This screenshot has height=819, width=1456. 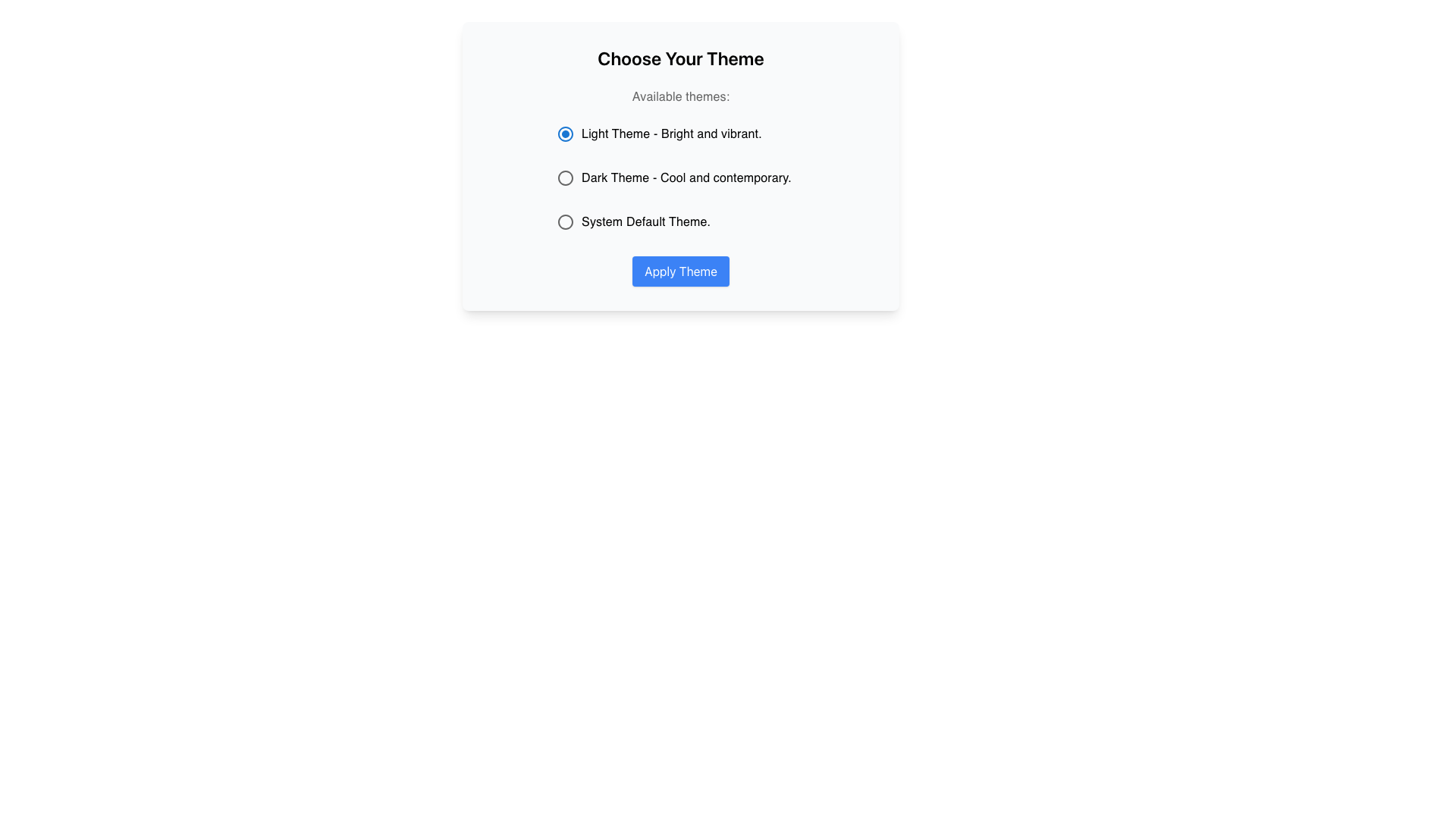 I want to click on the 'Light Theme' radio button label, so click(x=670, y=133).